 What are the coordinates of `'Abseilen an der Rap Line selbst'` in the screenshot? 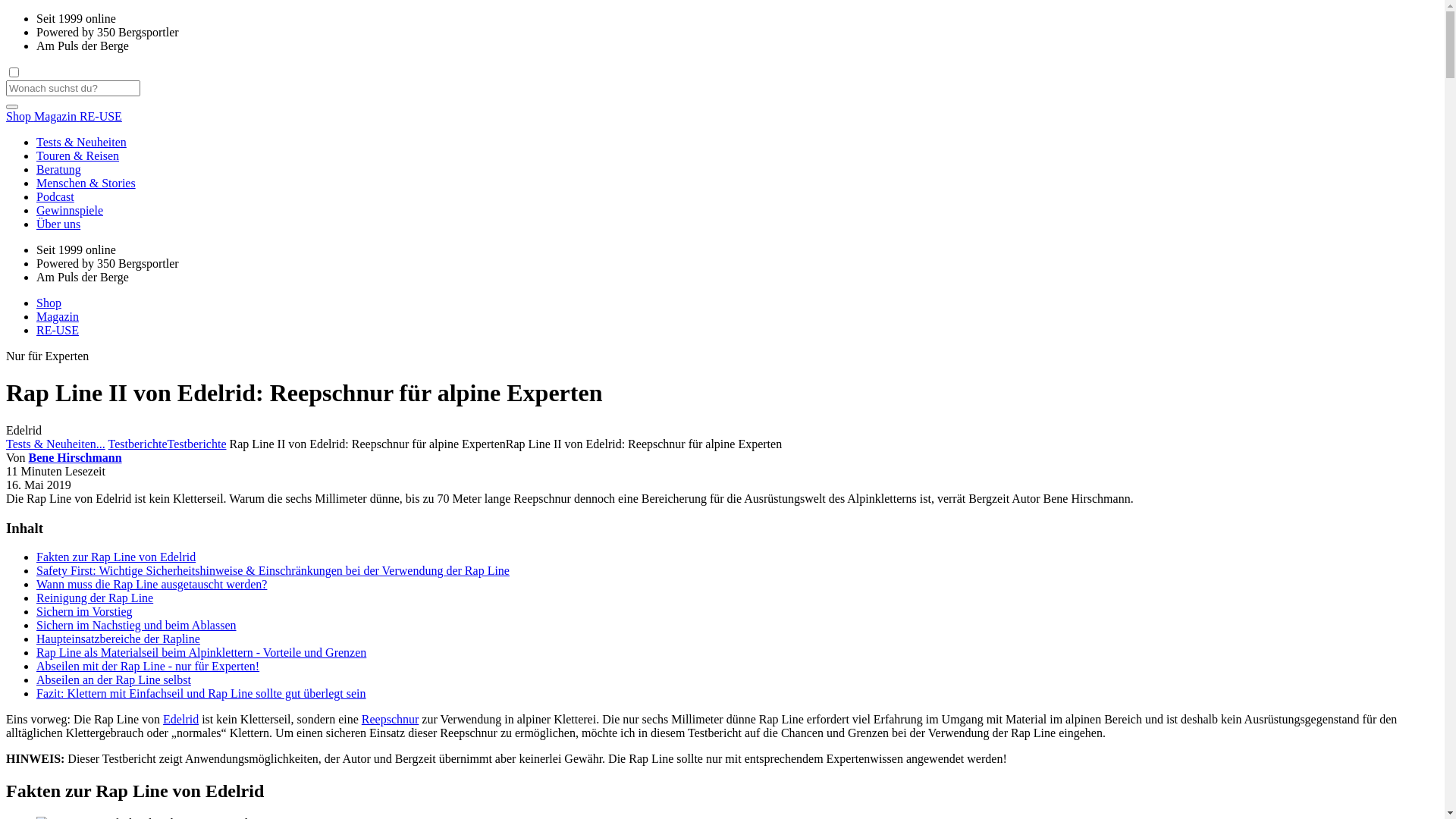 It's located at (112, 679).